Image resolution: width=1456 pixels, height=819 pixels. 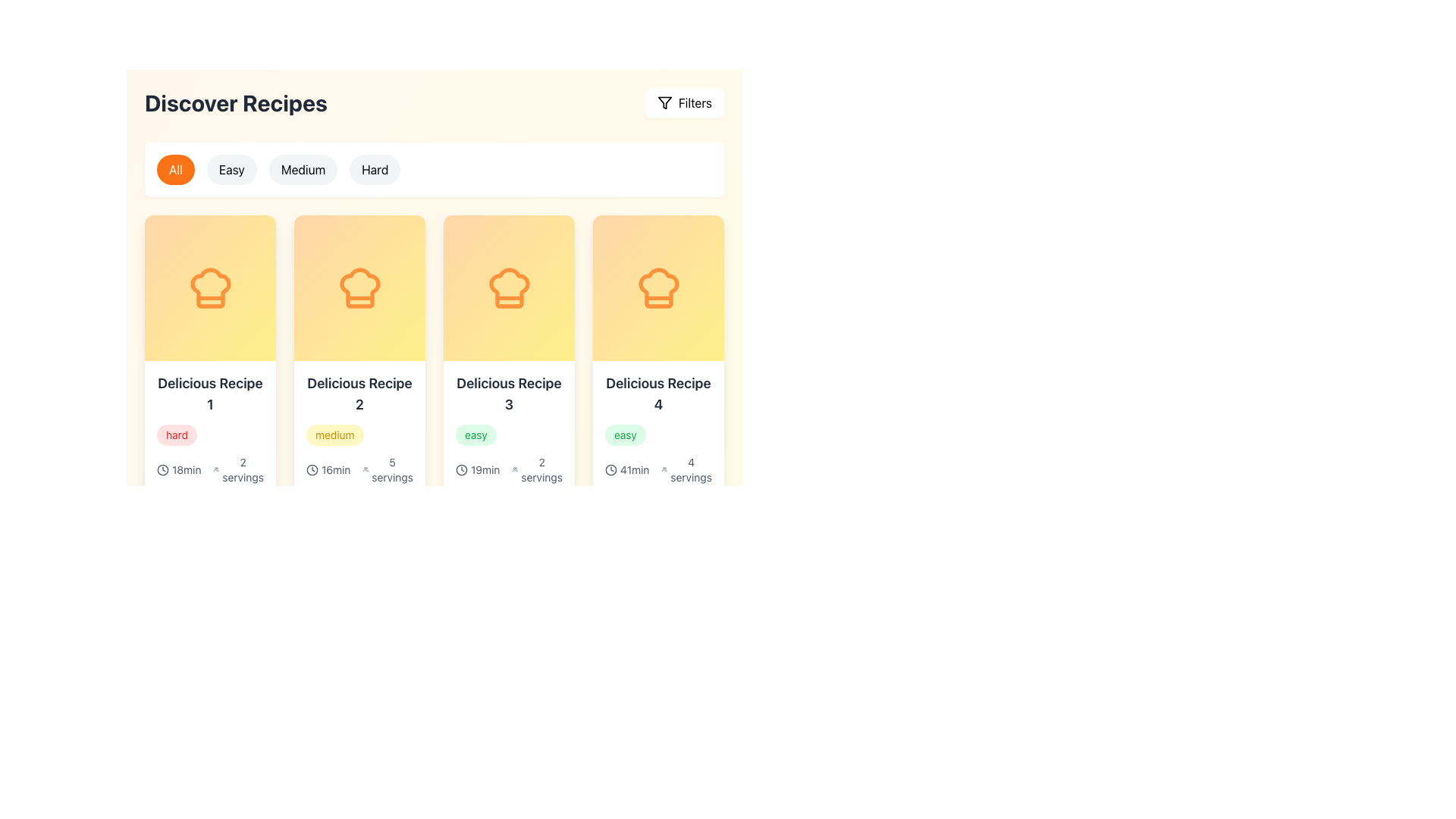 What do you see at coordinates (658, 288) in the screenshot?
I see `the decorative area with an SVG icon in the fourth recipe card, which serves as the header image for 'Delicious Recipe 4'` at bounding box center [658, 288].